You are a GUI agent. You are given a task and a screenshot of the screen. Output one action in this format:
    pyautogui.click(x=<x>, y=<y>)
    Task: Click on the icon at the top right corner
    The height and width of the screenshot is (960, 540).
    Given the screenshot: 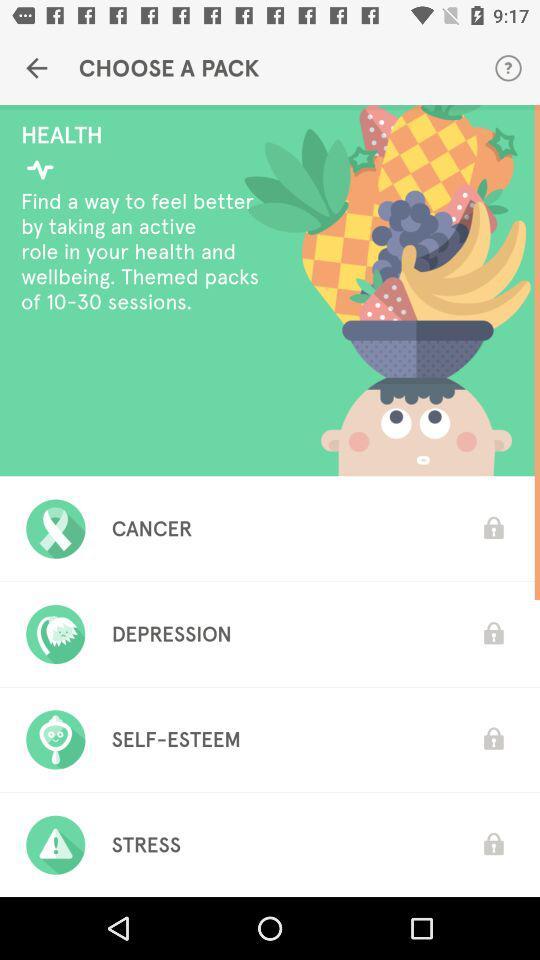 What is the action you would take?
    pyautogui.click(x=508, y=68)
    